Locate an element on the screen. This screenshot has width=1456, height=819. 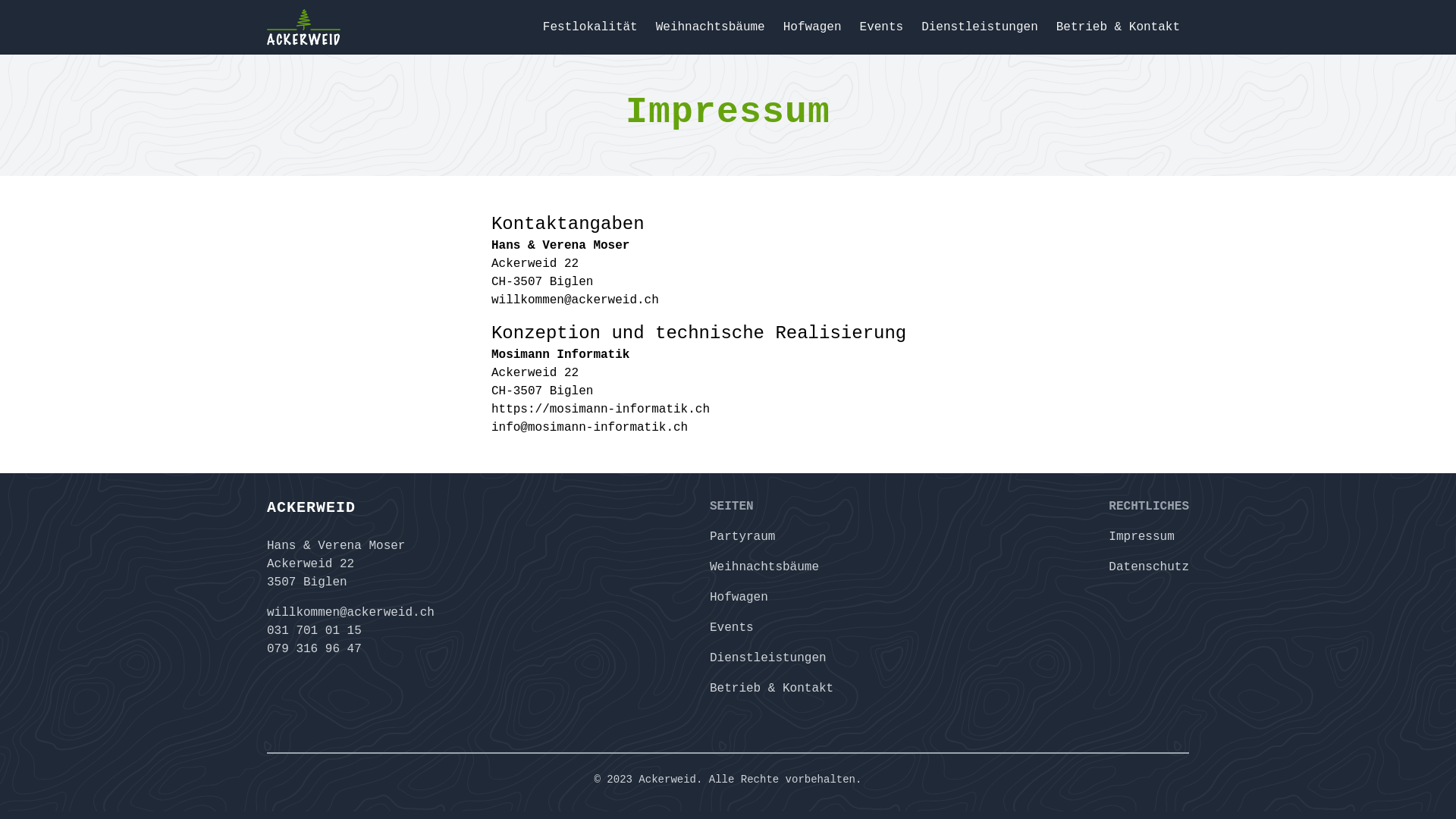
'willkommen@ackerweid.ch' is located at coordinates (350, 611).